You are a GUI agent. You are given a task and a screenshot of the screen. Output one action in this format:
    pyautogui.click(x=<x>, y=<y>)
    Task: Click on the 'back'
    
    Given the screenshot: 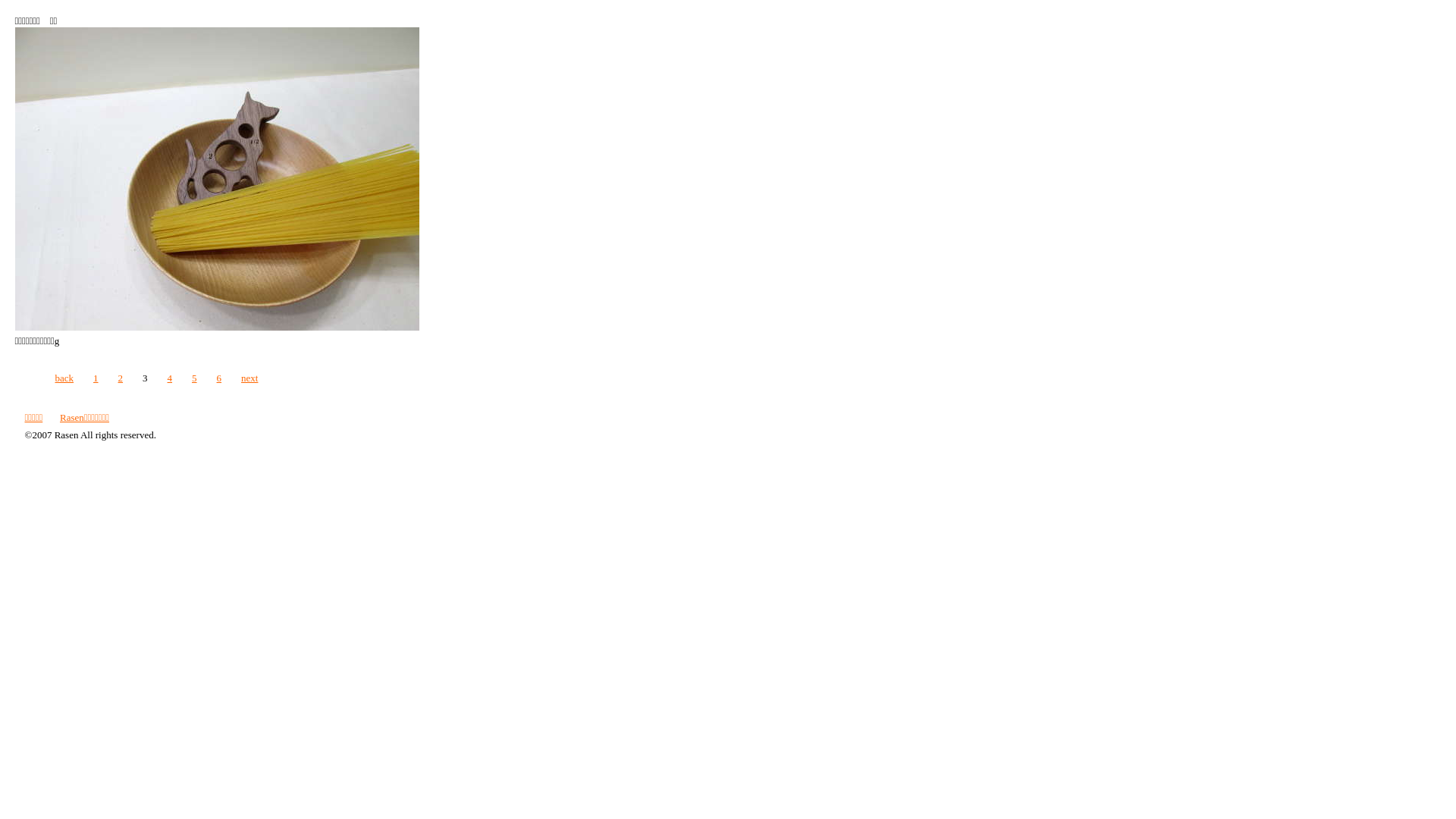 What is the action you would take?
    pyautogui.click(x=63, y=376)
    